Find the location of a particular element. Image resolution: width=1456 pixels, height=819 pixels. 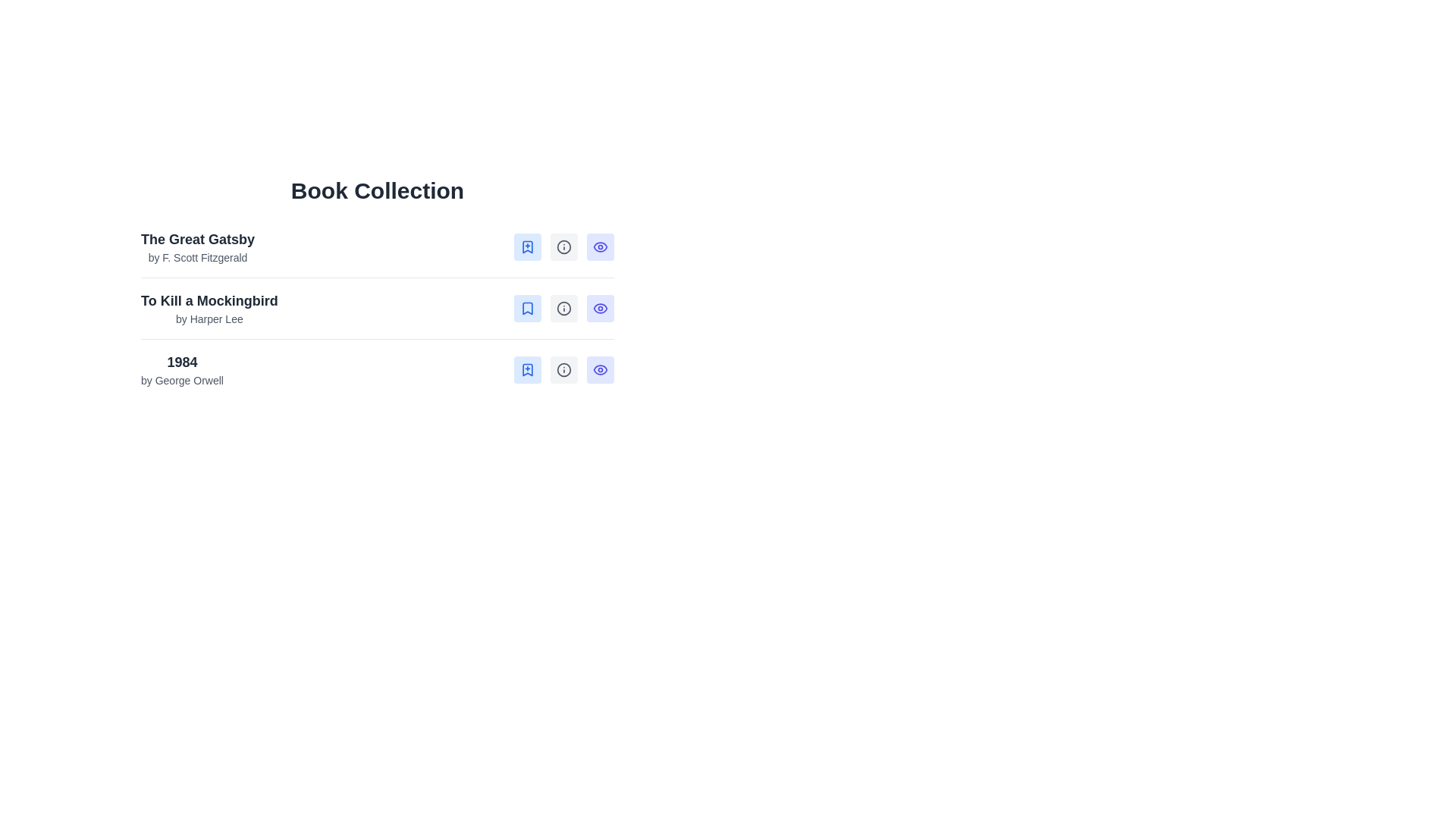

the 'View Summary' button, which is a small square button with a rounded appearance, featuring an eye icon and a light-indigo background located at the rightmost position in the row of buttons for the book '1984' is located at coordinates (600, 370).